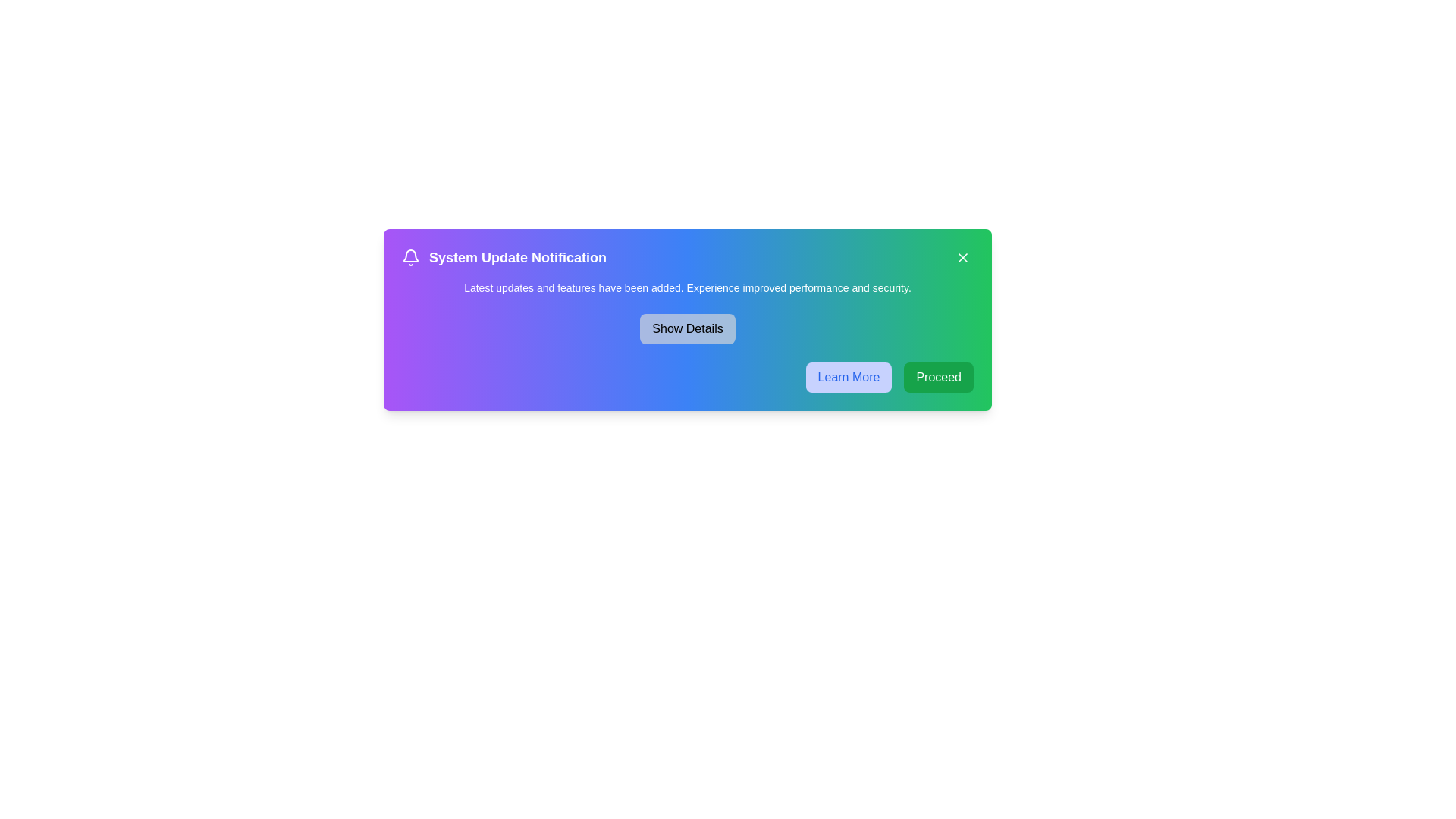 The width and height of the screenshot is (1456, 819). What do you see at coordinates (962, 256) in the screenshot?
I see `the close button located at the top-right corner of the notification window, adjacent to the title 'System Update Notification'` at bounding box center [962, 256].